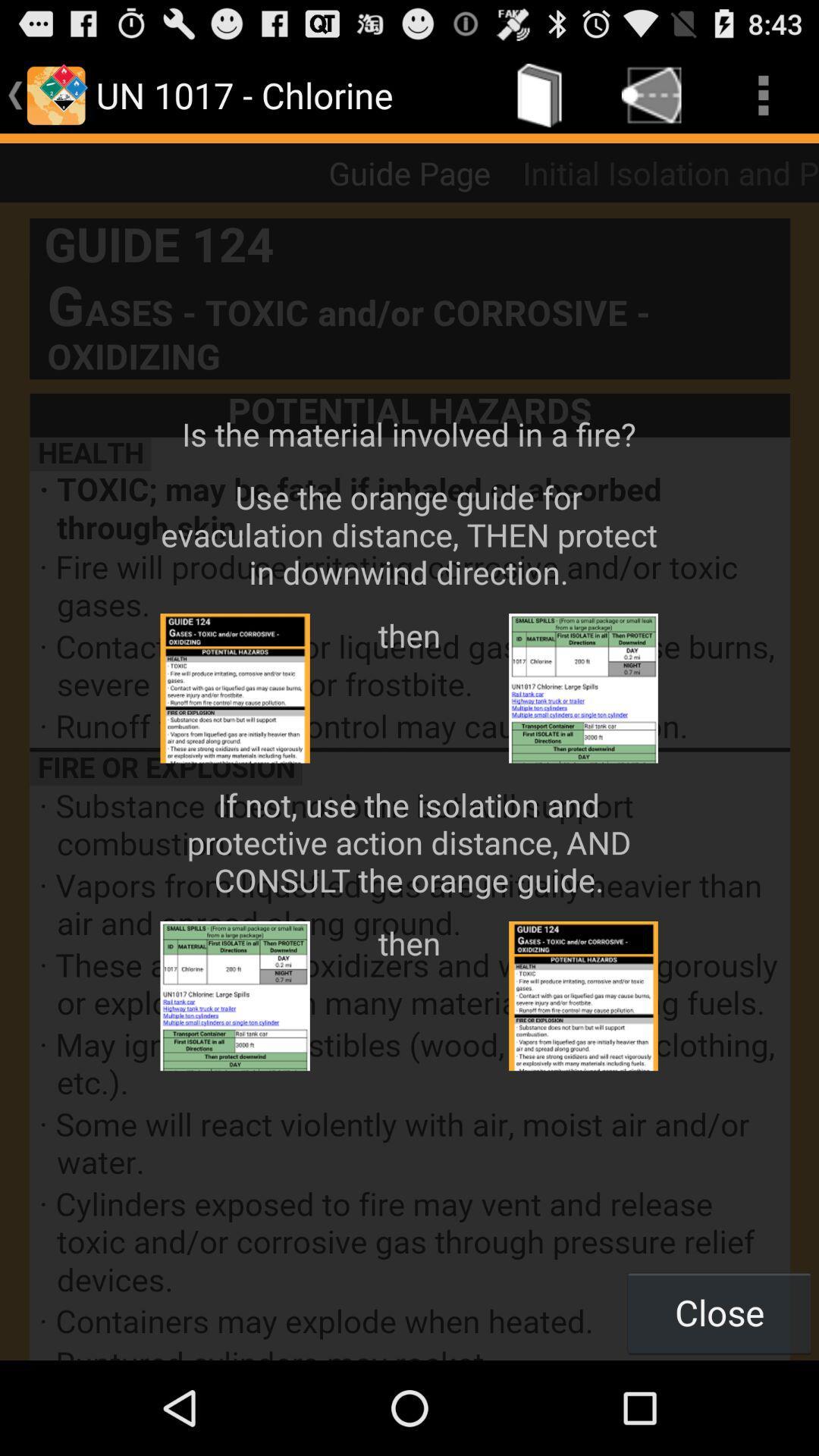 The width and height of the screenshot is (819, 1456). I want to click on the second left image from, so click(235, 996).